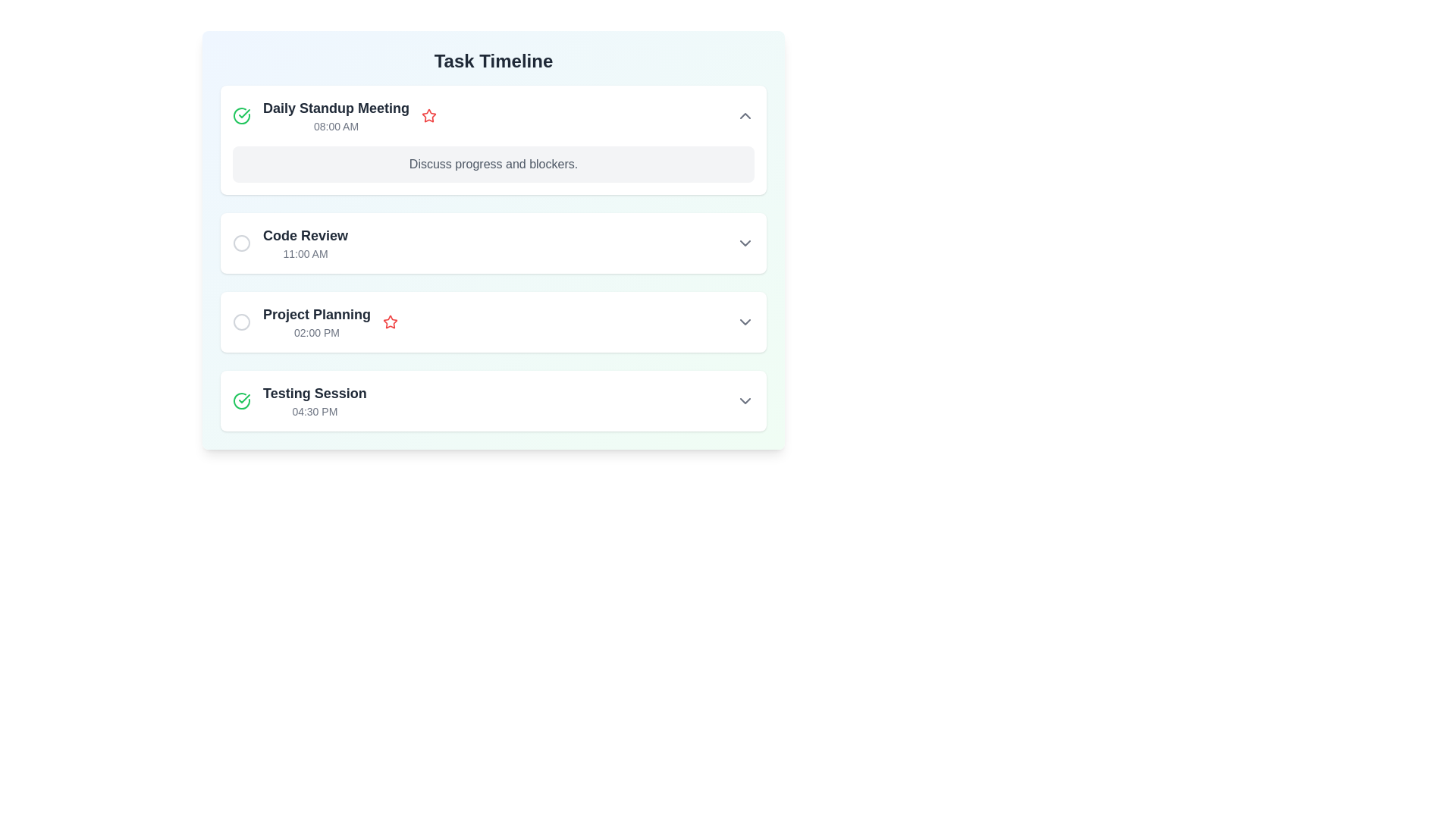 The image size is (1456, 819). What do you see at coordinates (300, 400) in the screenshot?
I see `the scheduled task label with a green checkmark, title, and time in the 'Task Timeline' card, located below the 'Project Planning' item` at bounding box center [300, 400].